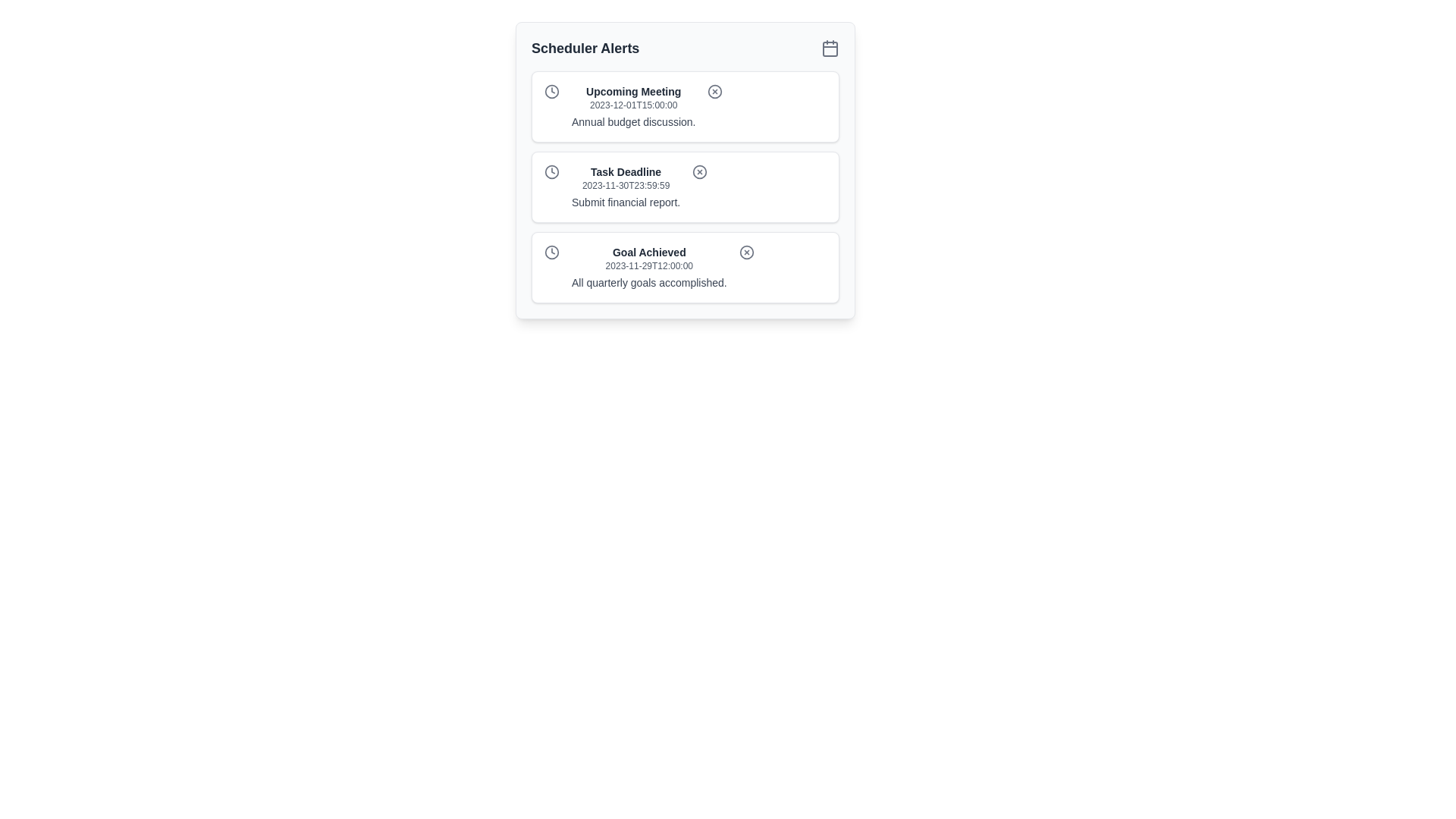  I want to click on assistive tools, so click(633, 121).